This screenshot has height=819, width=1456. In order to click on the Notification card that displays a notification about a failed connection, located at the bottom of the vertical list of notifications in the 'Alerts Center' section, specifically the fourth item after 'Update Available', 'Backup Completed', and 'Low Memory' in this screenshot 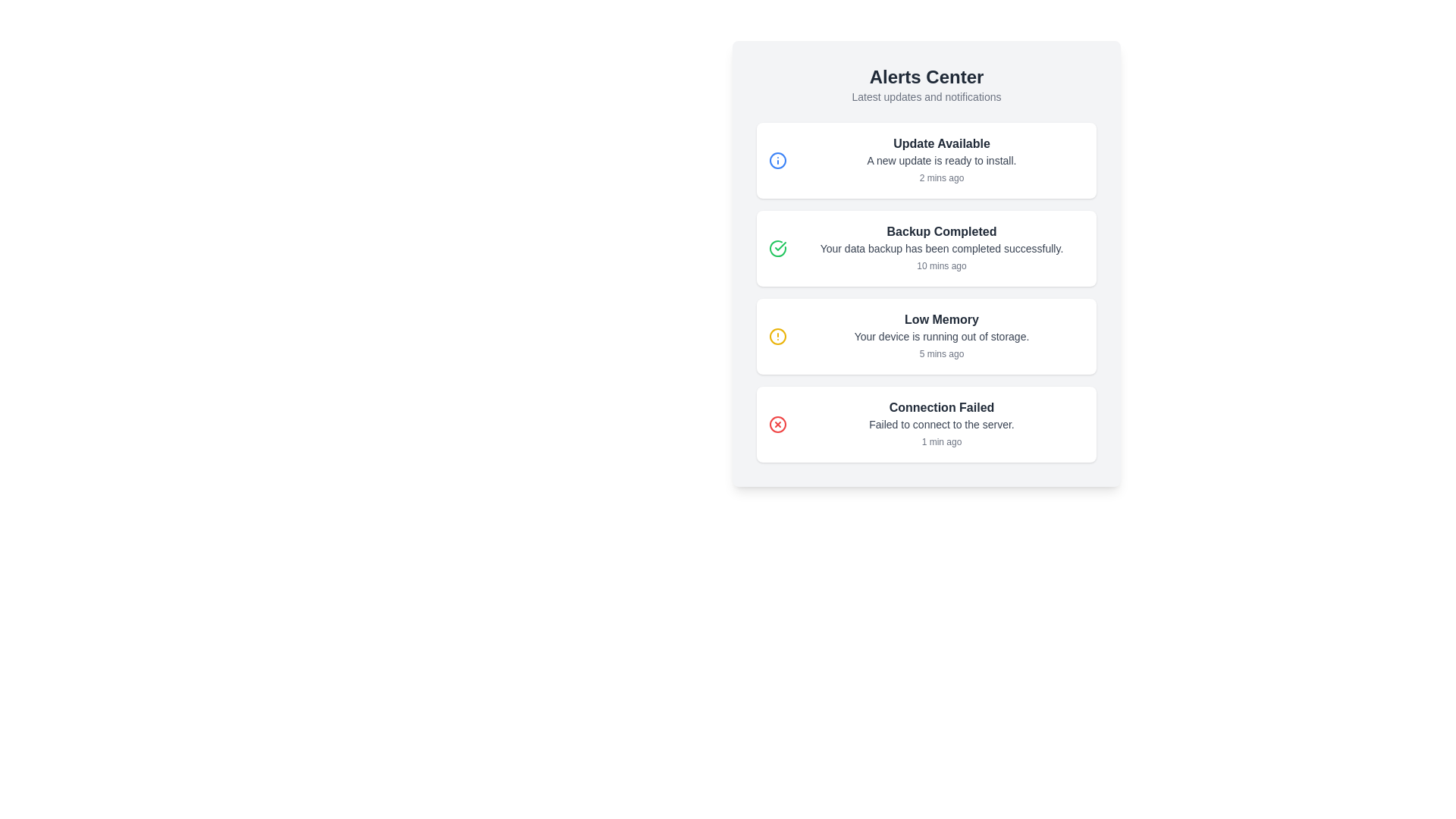, I will do `click(926, 424)`.